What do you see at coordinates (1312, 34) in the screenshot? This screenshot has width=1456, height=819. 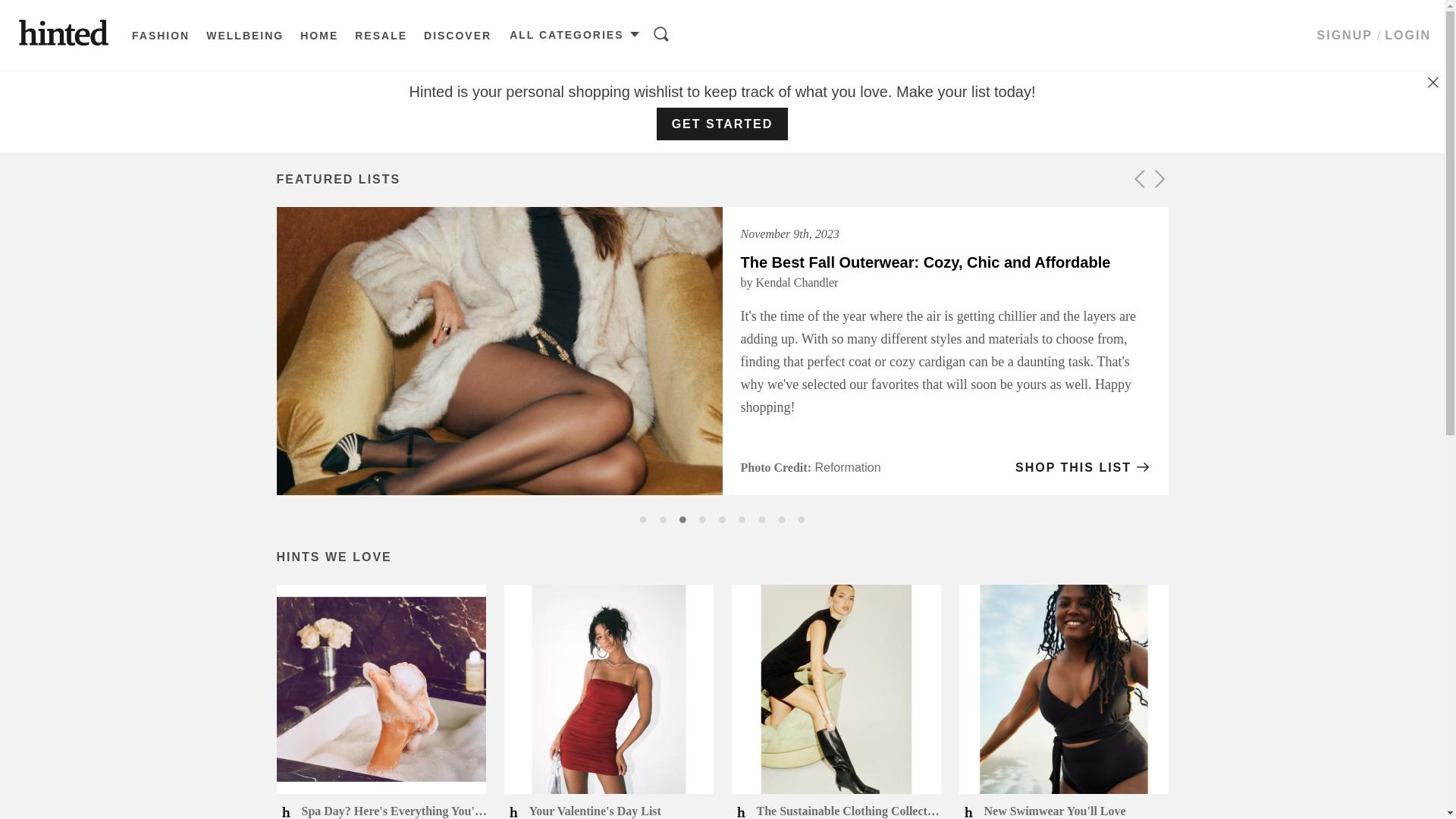 I see `'SIGNUP'` at bounding box center [1312, 34].